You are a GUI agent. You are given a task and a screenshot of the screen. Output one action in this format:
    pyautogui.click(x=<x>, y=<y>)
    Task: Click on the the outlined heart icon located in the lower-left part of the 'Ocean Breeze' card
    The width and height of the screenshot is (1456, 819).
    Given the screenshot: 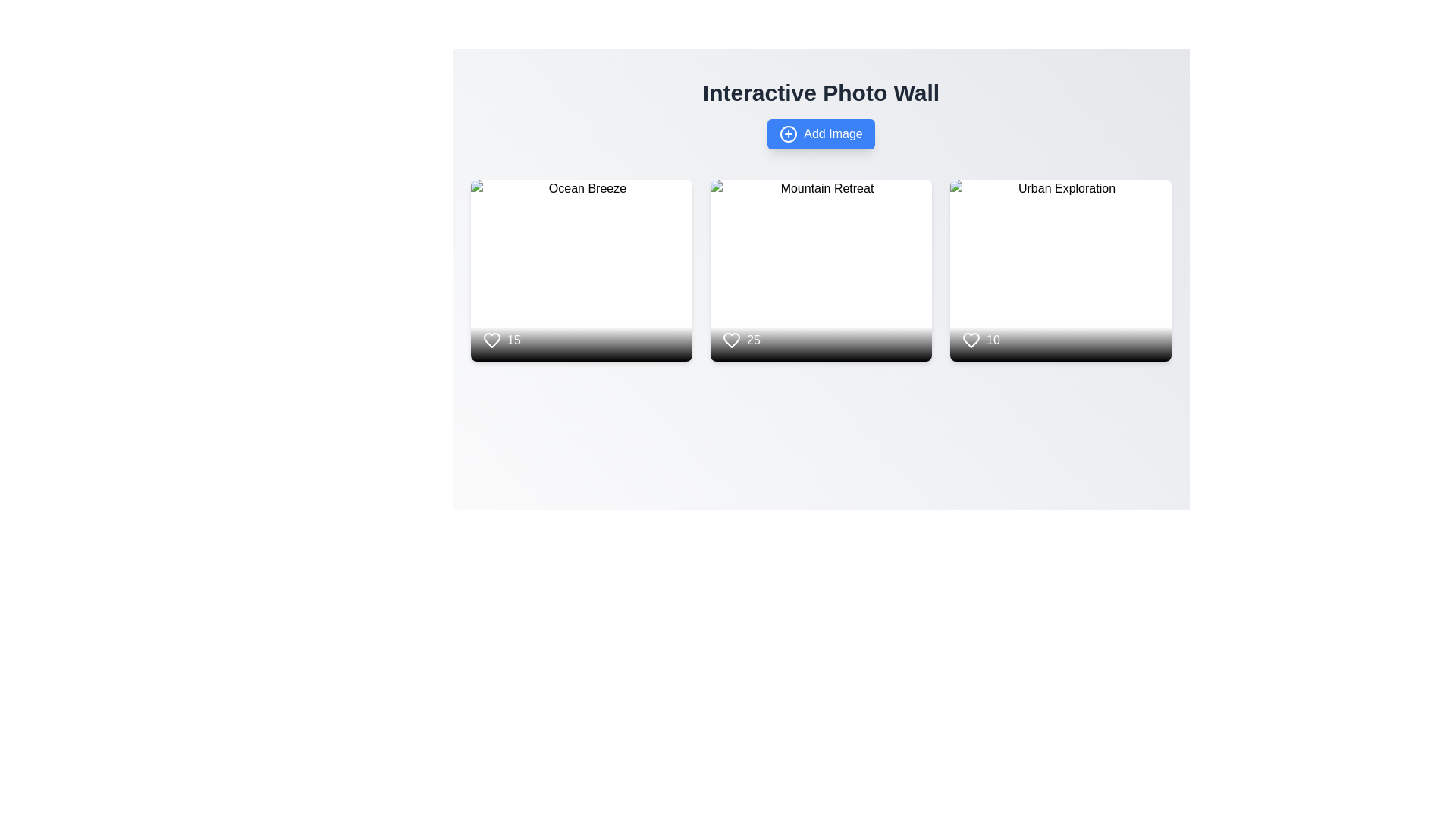 What is the action you would take?
    pyautogui.click(x=491, y=339)
    